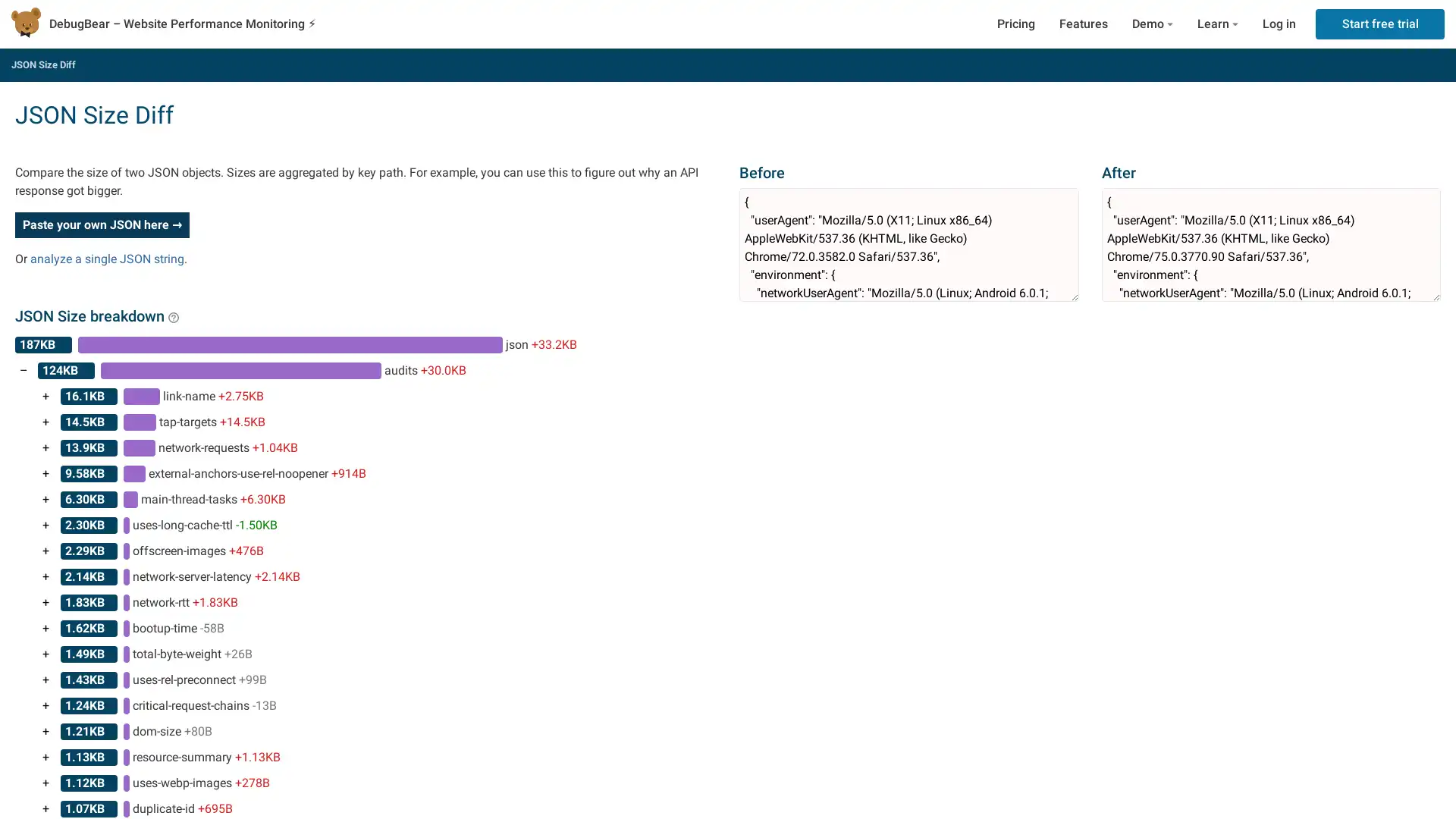 This screenshot has height=819, width=1456. Describe the element at coordinates (45, 500) in the screenshot. I see `+` at that location.